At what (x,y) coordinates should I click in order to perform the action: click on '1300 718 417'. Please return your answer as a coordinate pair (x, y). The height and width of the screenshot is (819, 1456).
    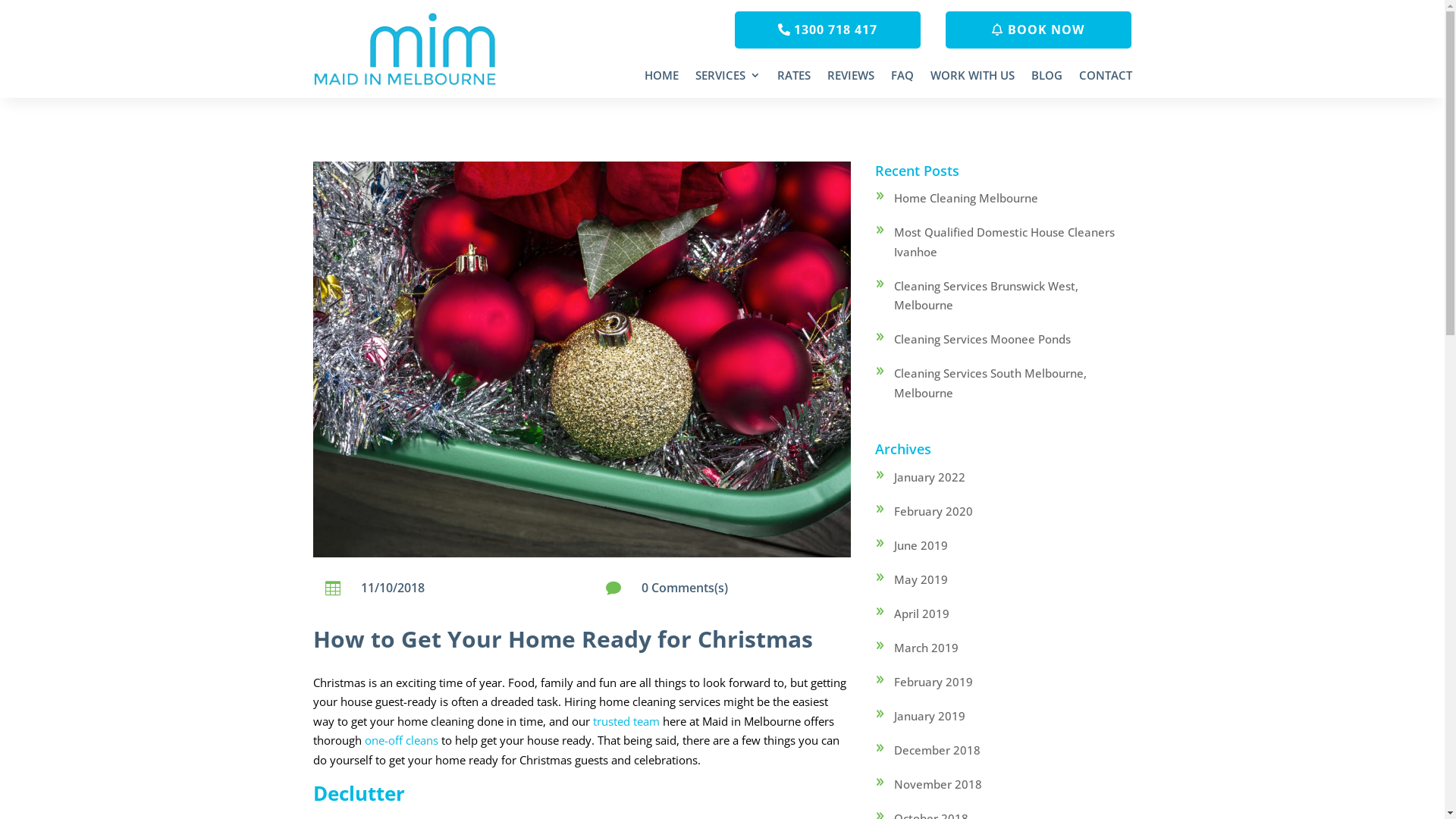
    Looking at the image, I should click on (827, 30).